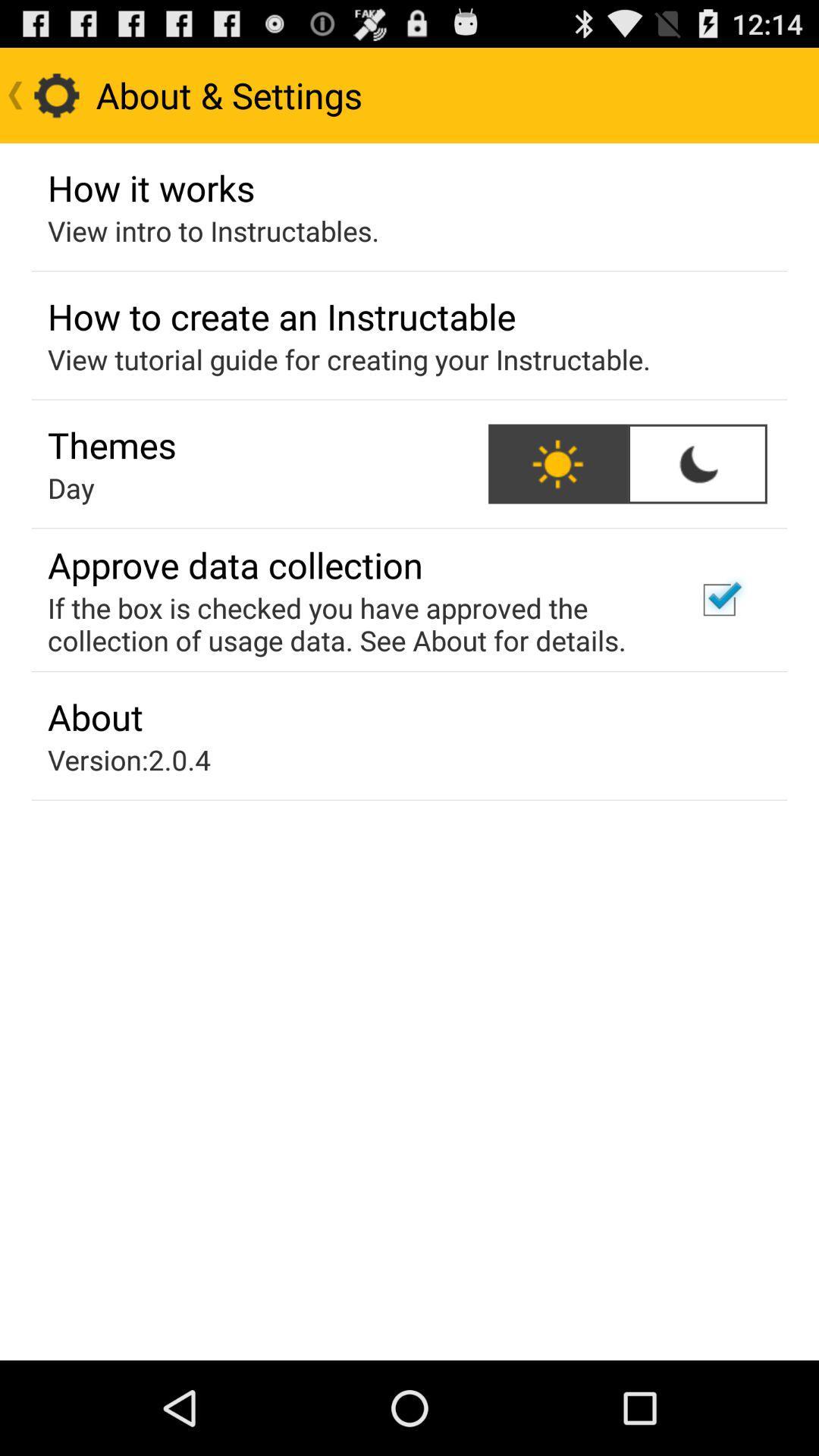 This screenshot has height=1456, width=819. Describe the element at coordinates (558, 463) in the screenshot. I see `the icon next to the themes icon` at that location.